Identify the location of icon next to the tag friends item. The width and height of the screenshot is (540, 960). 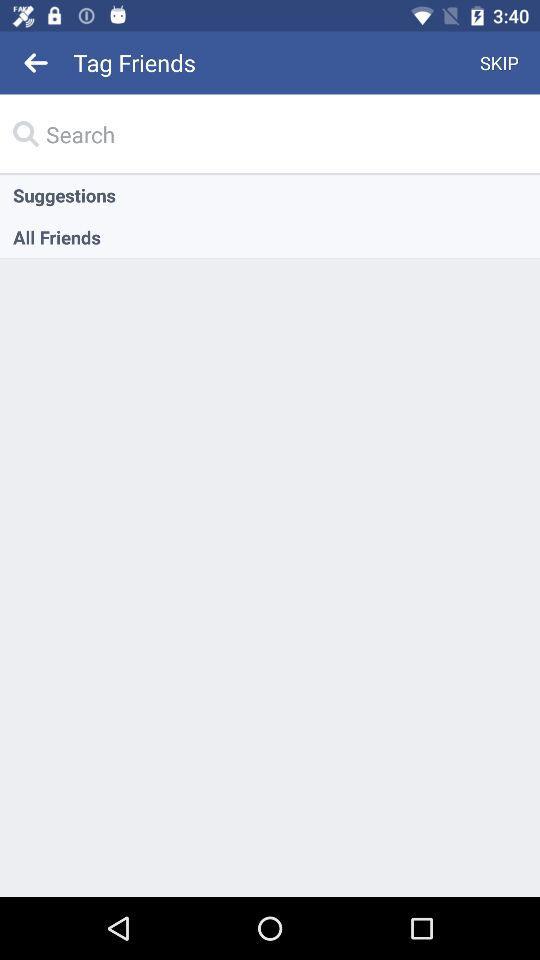
(36, 62).